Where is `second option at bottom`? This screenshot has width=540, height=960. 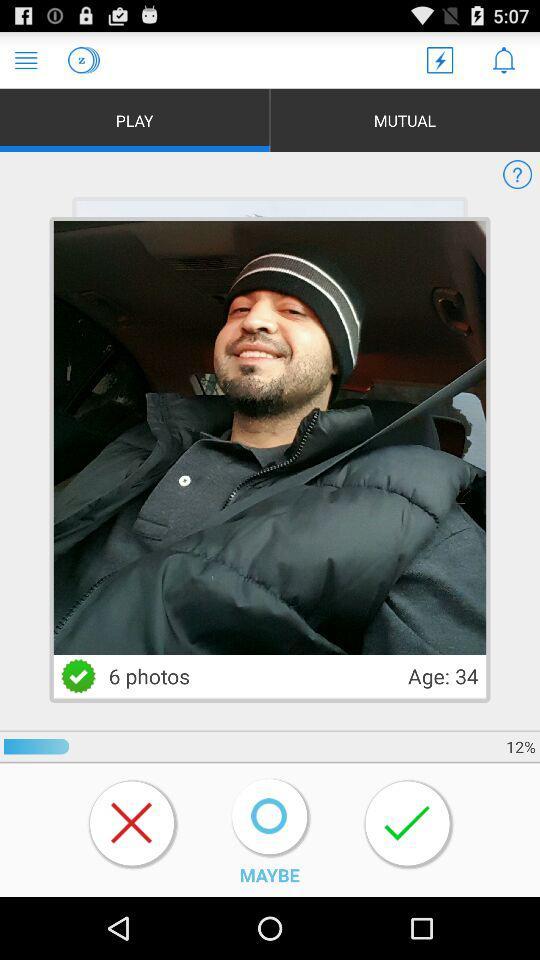
second option at bottom is located at coordinates (270, 818).